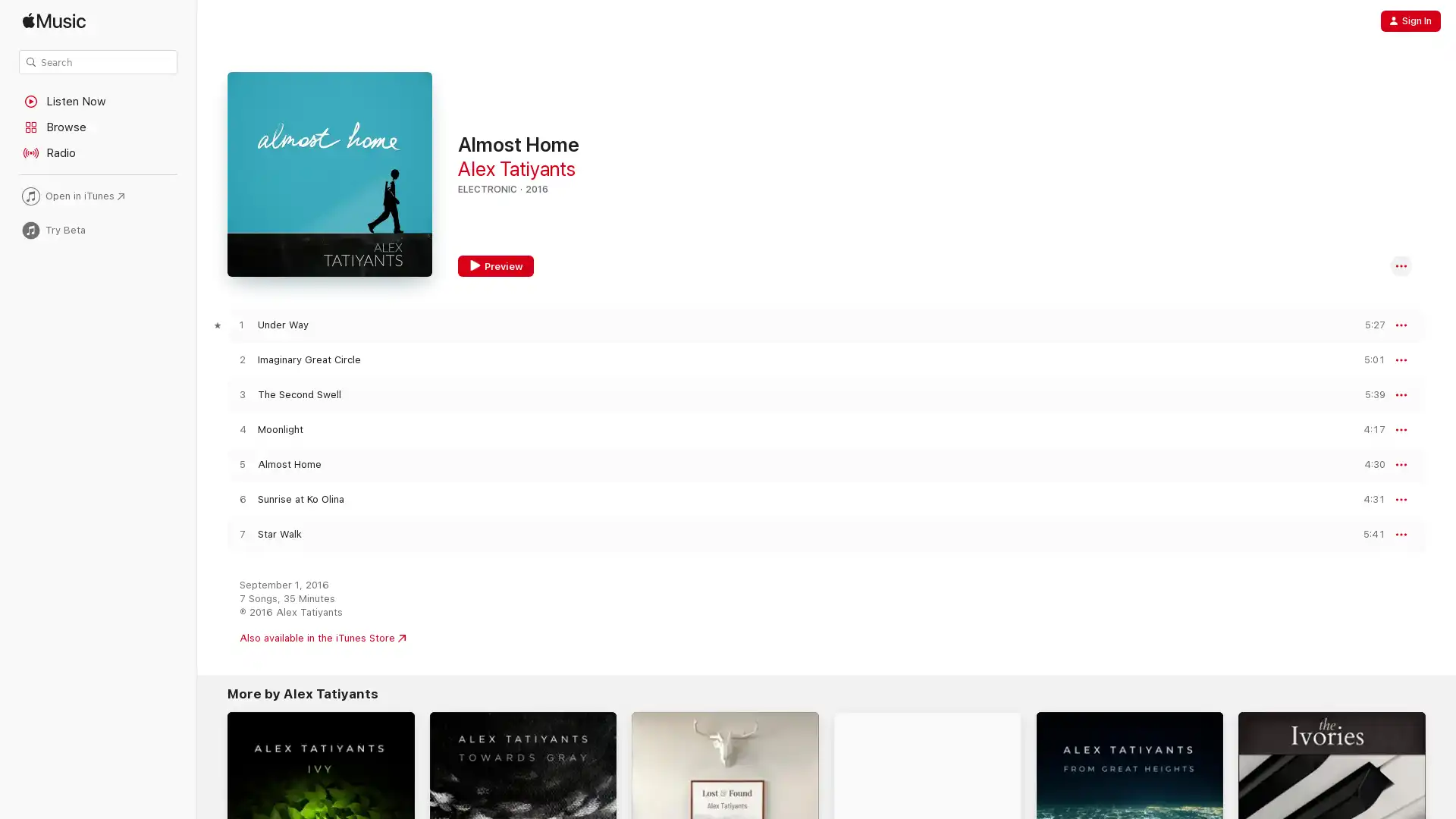 The height and width of the screenshot is (819, 1456). What do you see at coordinates (1385, 789) in the screenshot?
I see `Try It Free` at bounding box center [1385, 789].